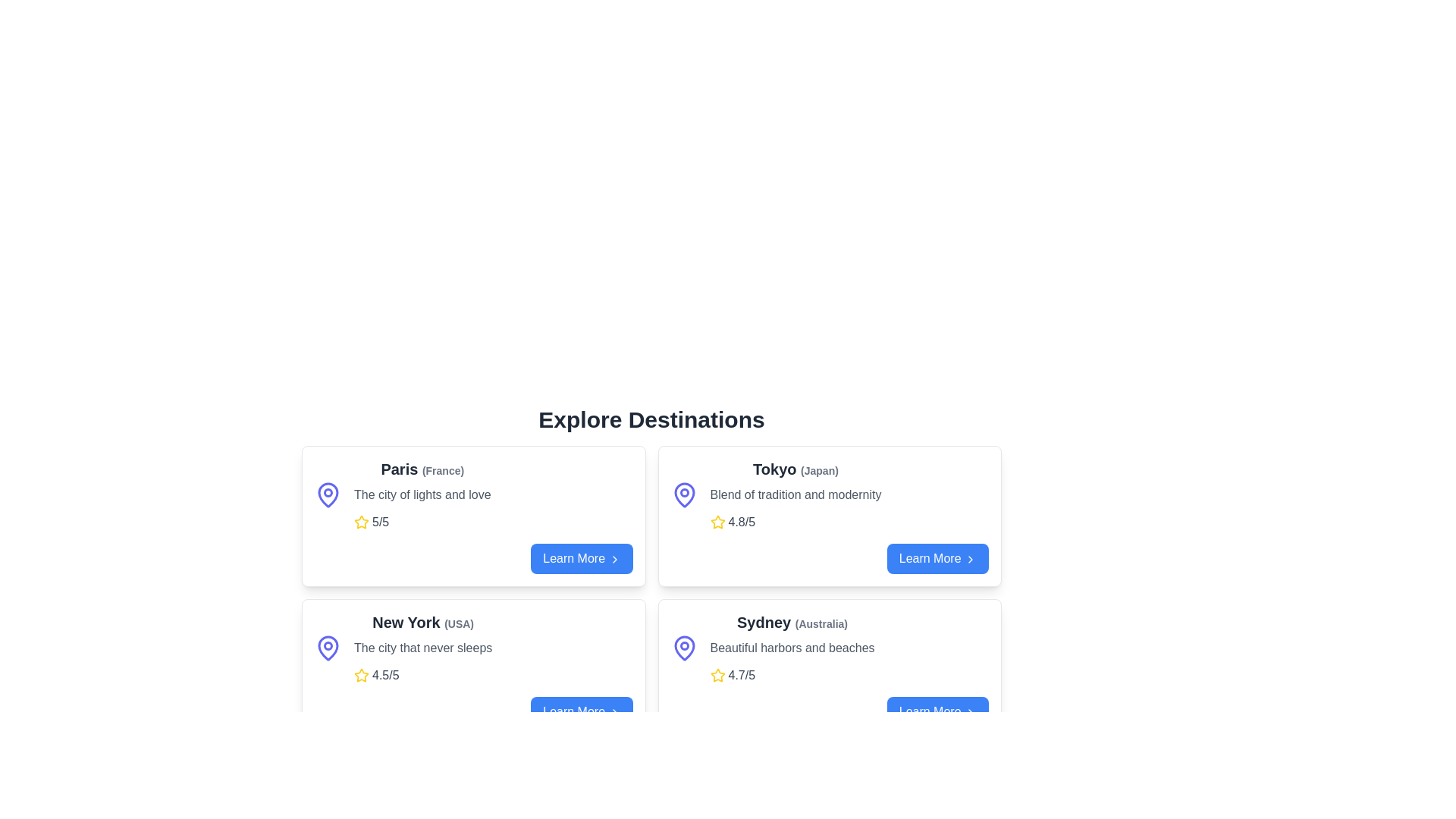 The height and width of the screenshot is (819, 1456). I want to click on textual label displaying the name of the country, which is '(France)', located to the right of 'Paris' and styled in a smaller, muted gray font, so click(442, 470).